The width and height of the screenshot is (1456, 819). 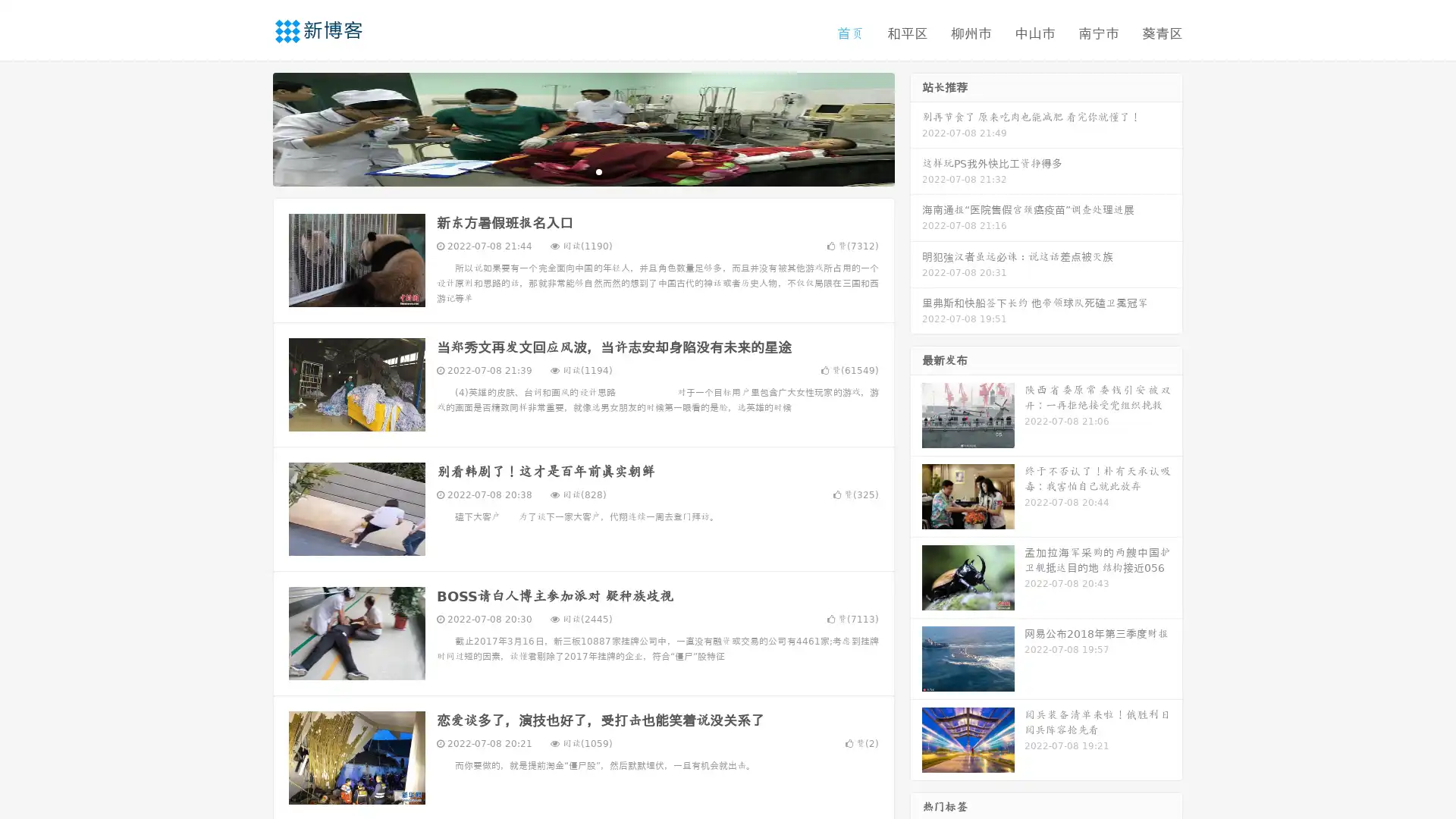 I want to click on Next slide, so click(x=916, y=127).